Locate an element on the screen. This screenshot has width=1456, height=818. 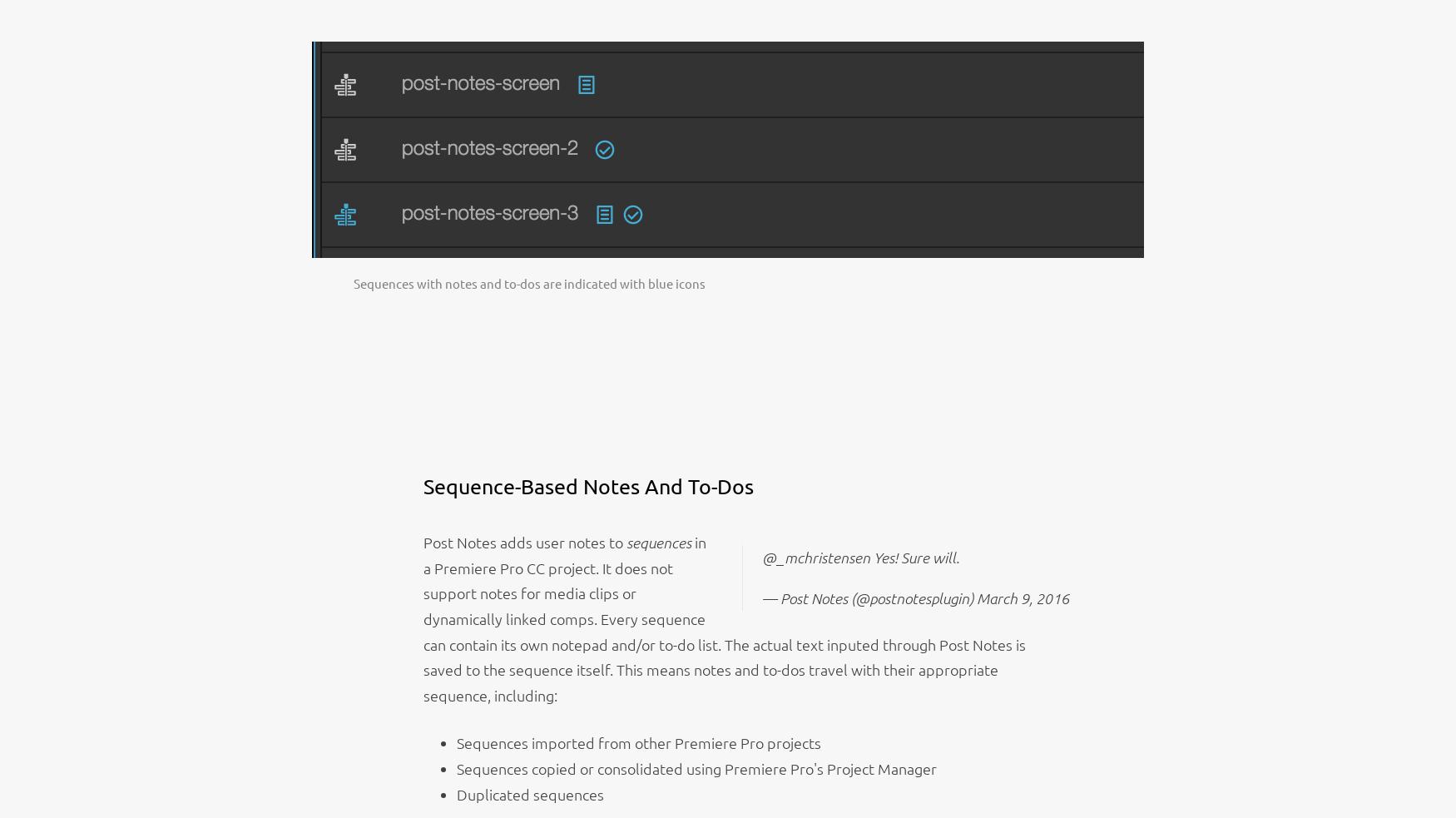
'Yes! Sure will.' is located at coordinates (869, 557).